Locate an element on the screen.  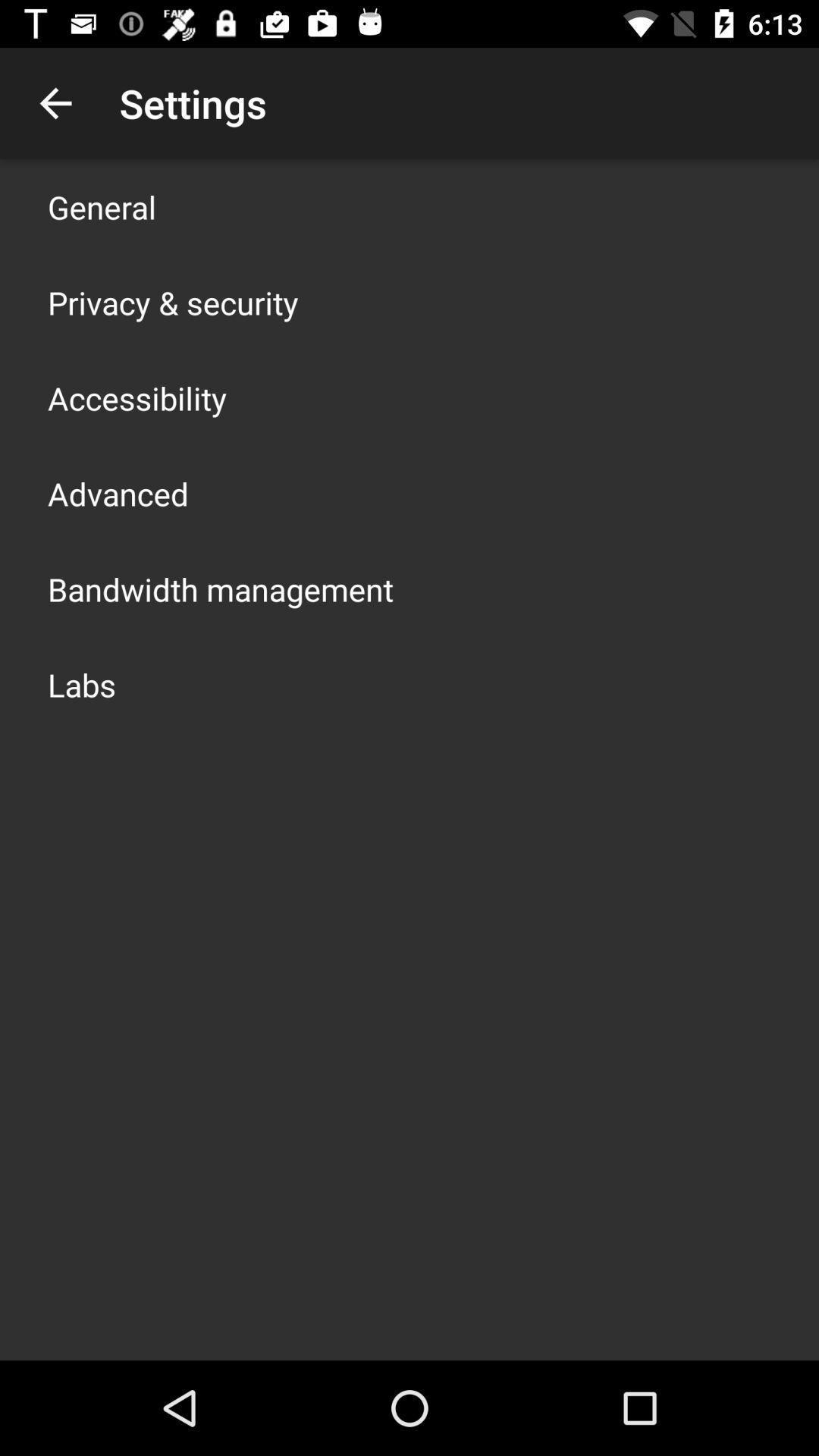
the item next to settings icon is located at coordinates (55, 102).